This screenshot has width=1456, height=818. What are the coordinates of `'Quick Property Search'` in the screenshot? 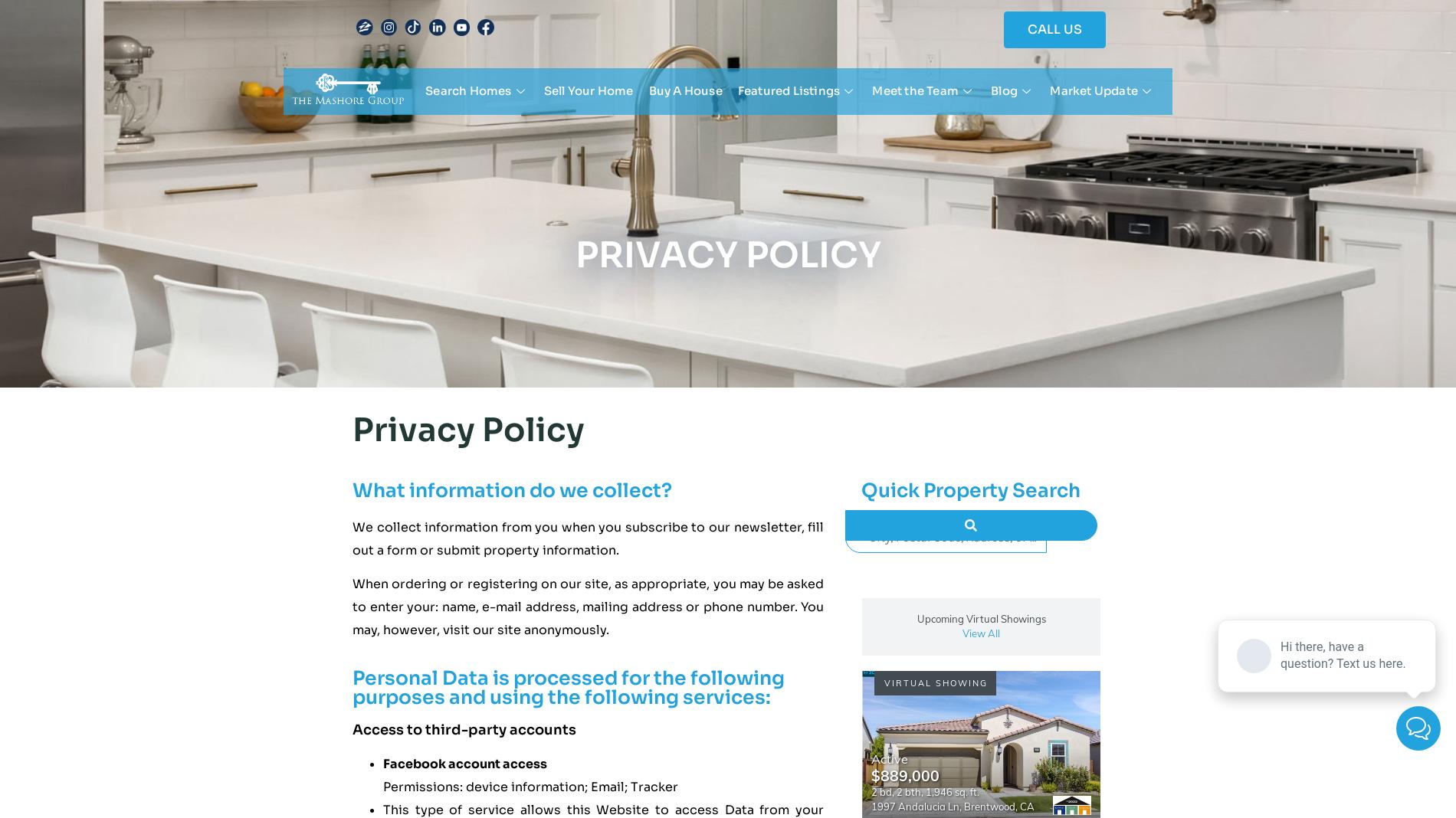 It's located at (861, 489).